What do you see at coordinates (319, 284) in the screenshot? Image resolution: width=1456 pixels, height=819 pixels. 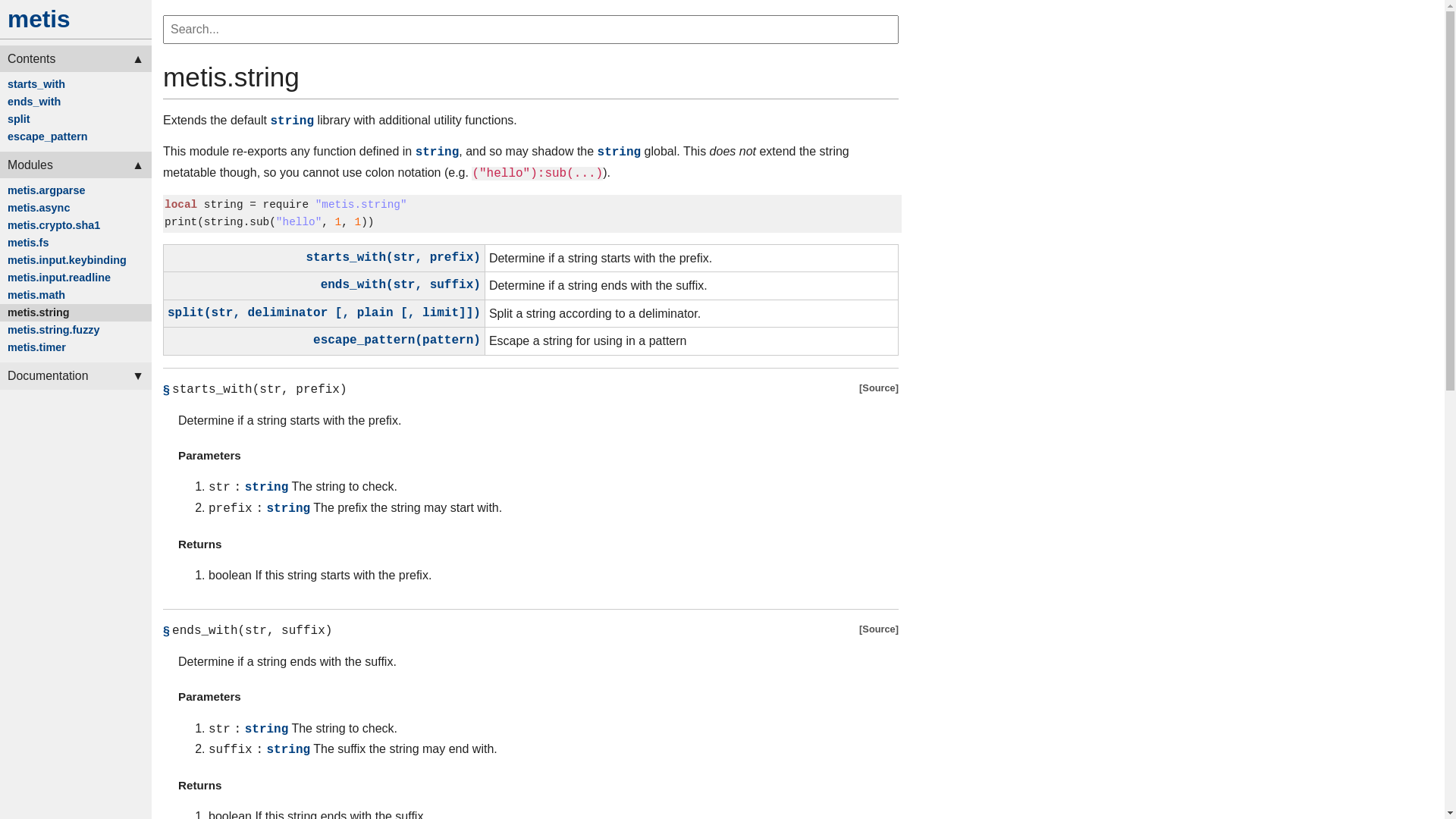 I see `'ends_with(str, suffix)'` at bounding box center [319, 284].